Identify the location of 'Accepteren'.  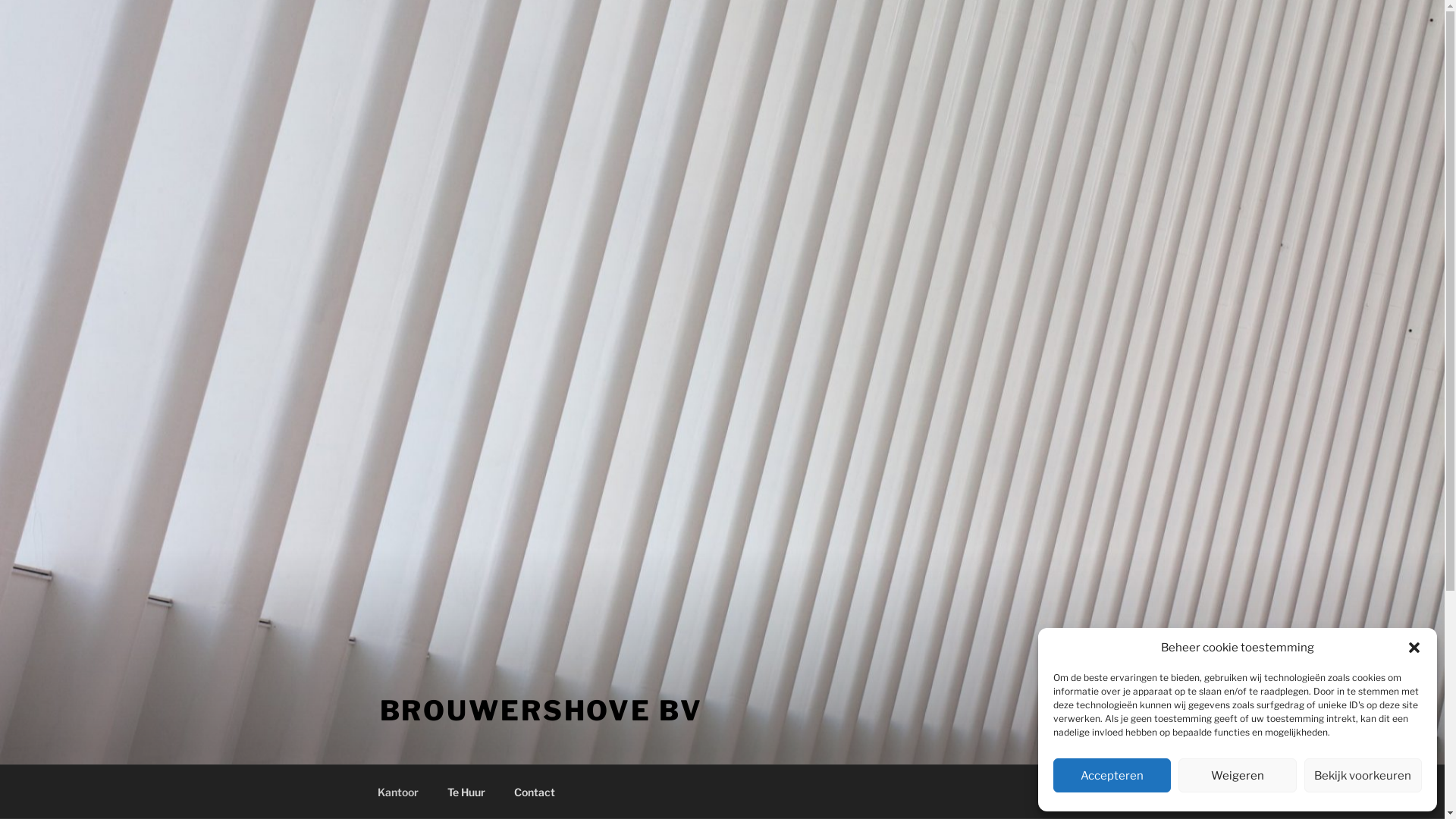
(1112, 775).